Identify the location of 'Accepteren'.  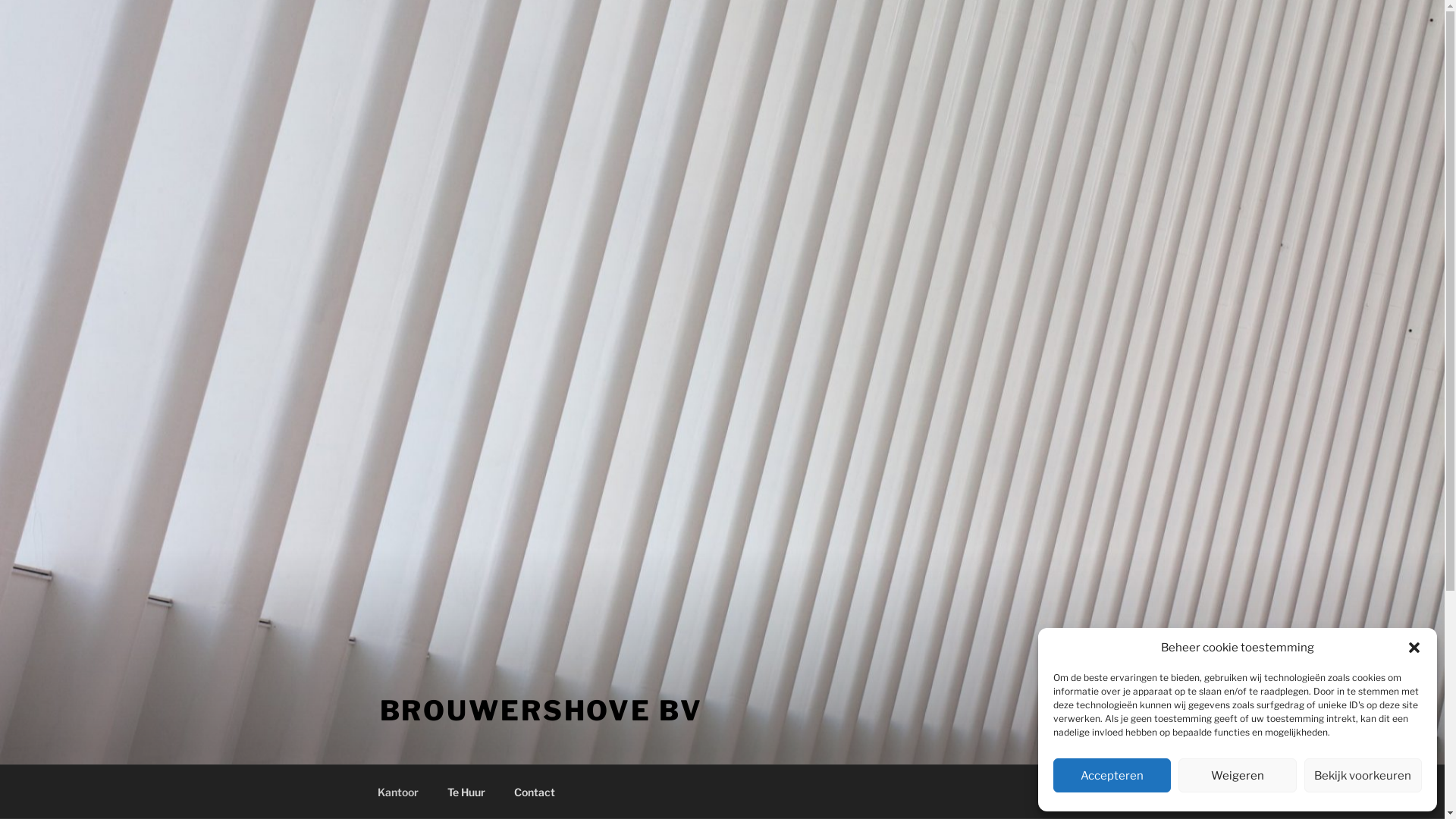
(1112, 775).